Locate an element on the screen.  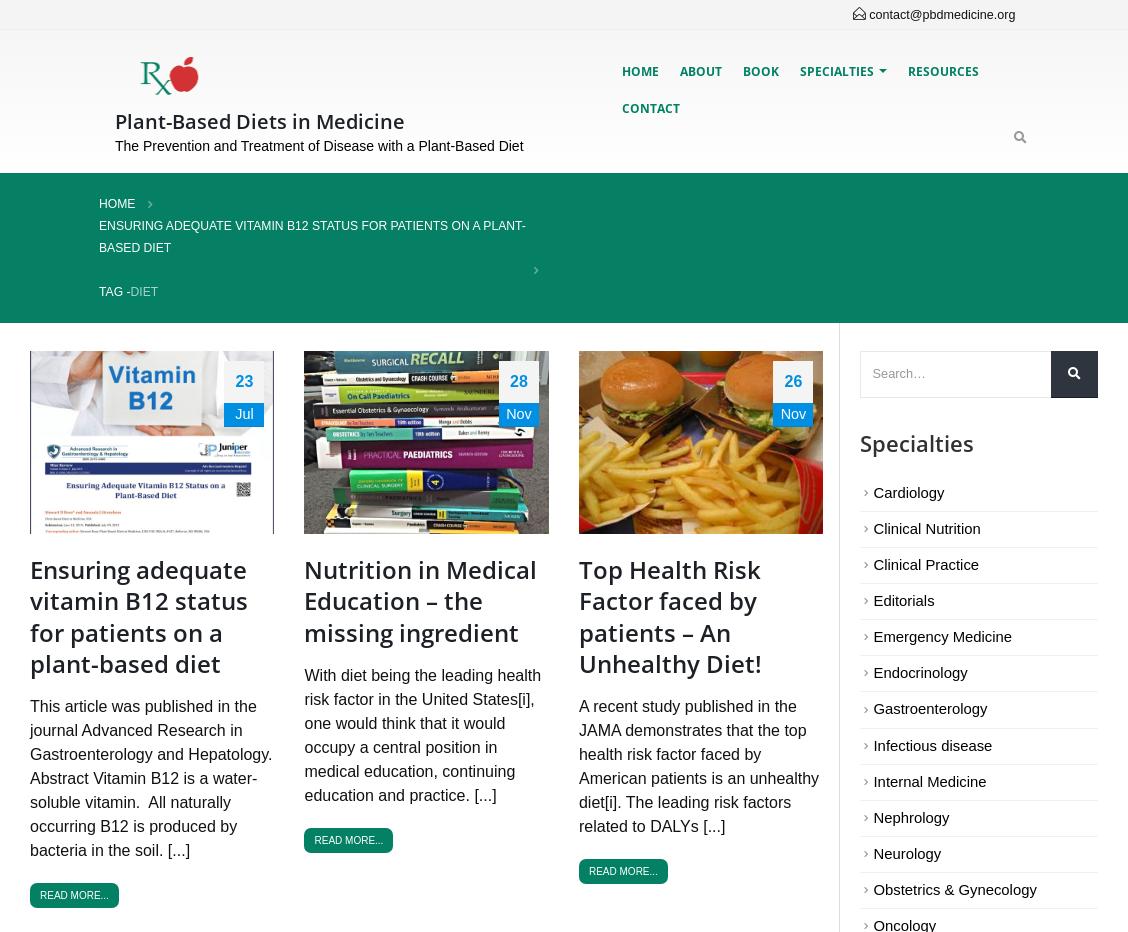
'Clinical Nutrition' is located at coordinates (926, 529).